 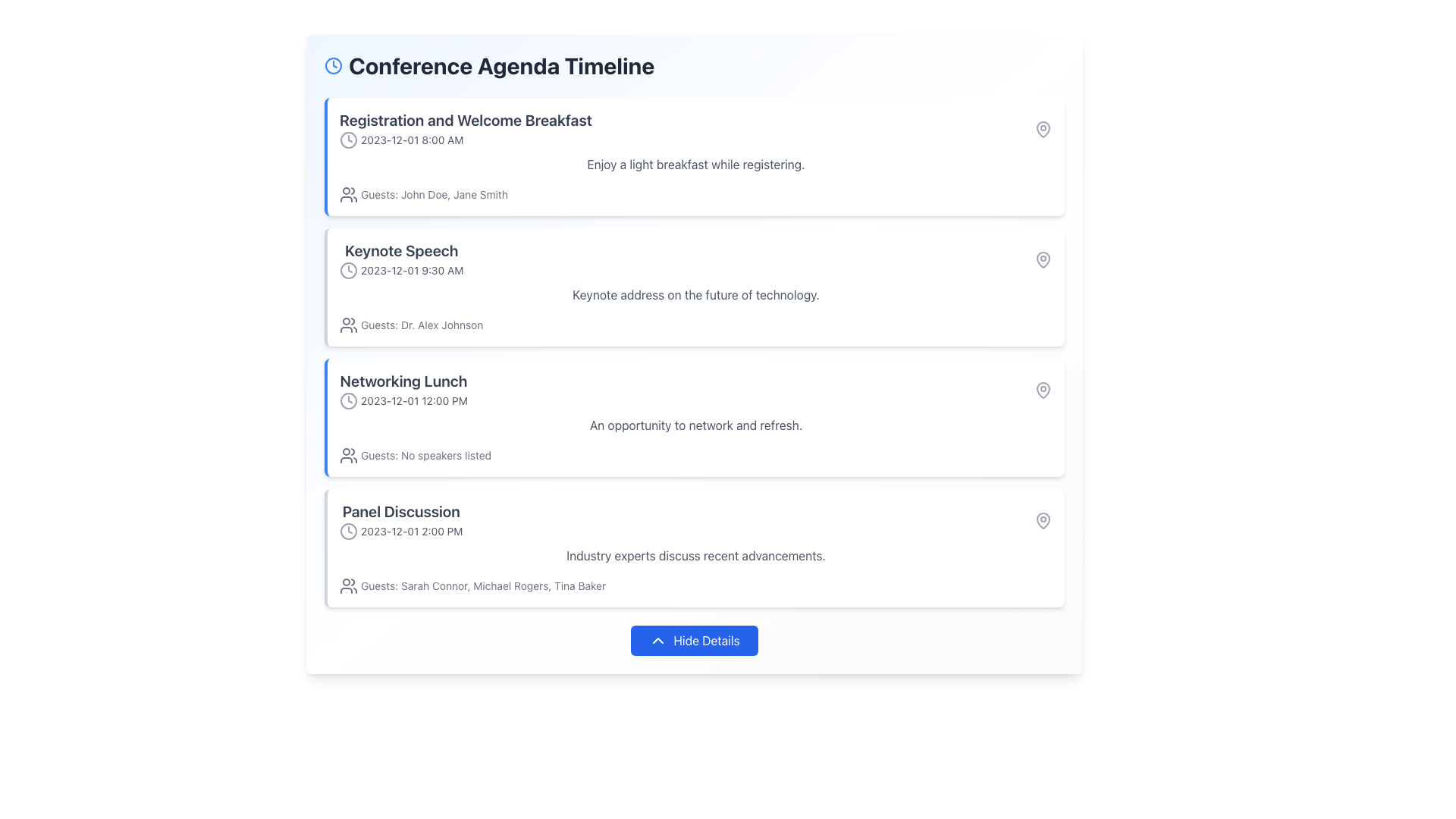 What do you see at coordinates (348, 585) in the screenshot?
I see `the SVG icon representing a group of people, which is located to the left of the text 'Guests: Sarah Connor, Michael Rogers, Tina Baker' within the 'Panel Discussion' panel` at bounding box center [348, 585].